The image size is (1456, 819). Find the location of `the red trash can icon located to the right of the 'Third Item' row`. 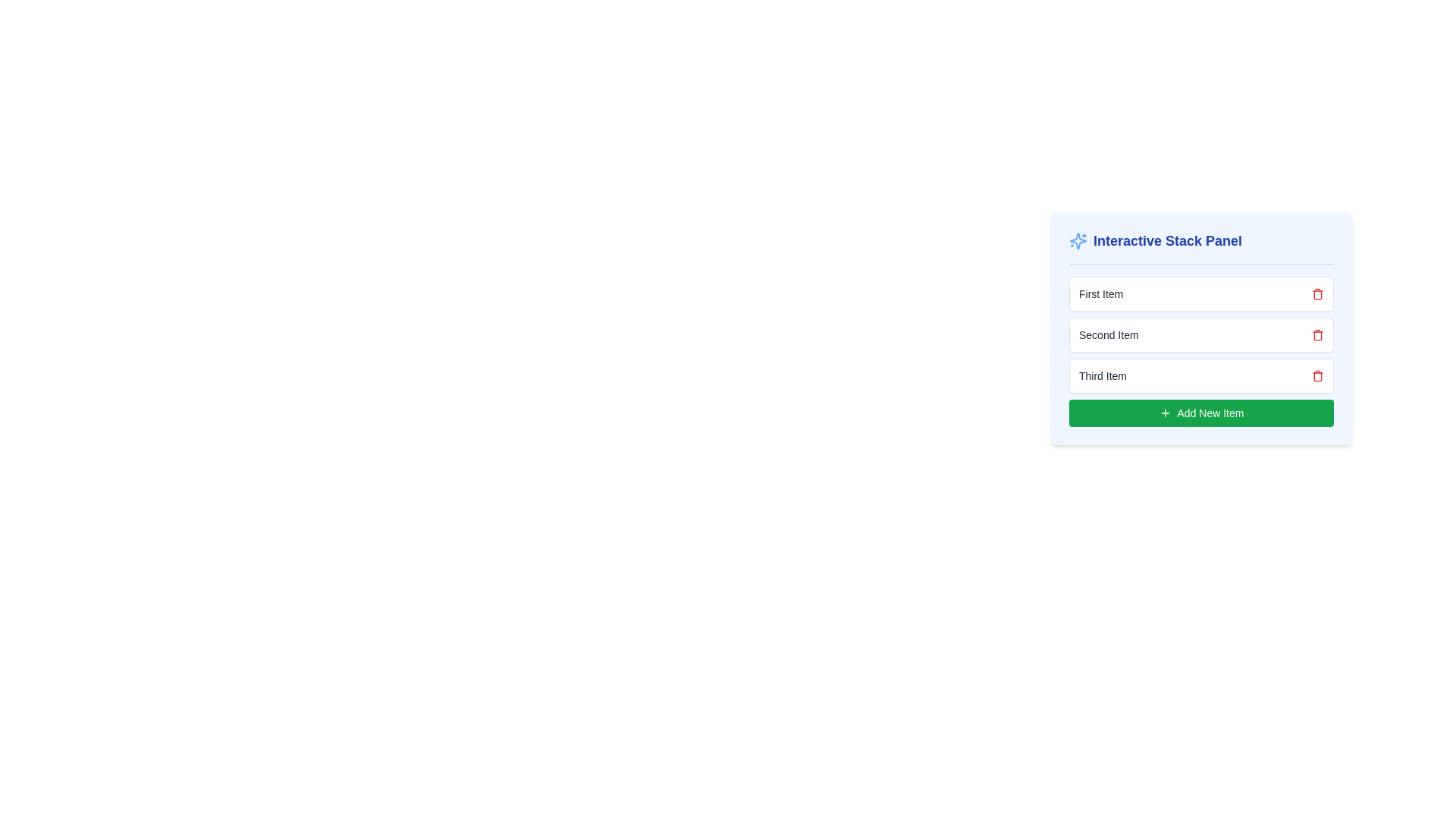

the red trash can icon located to the right of the 'Third Item' row is located at coordinates (1316, 375).